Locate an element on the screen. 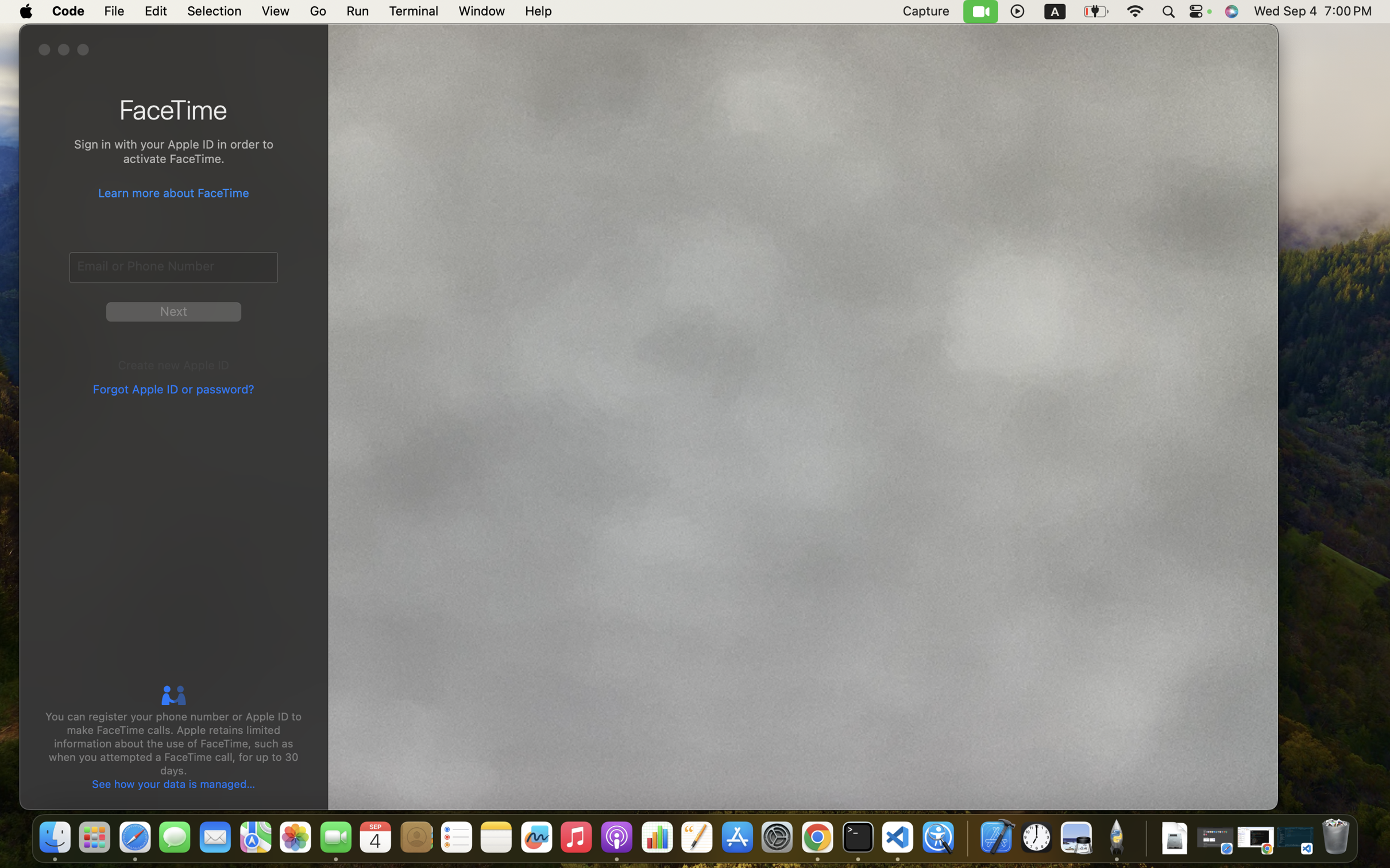 This screenshot has width=1390, height=868. 'Sign in with your Apple ID in order to activate FaceTime.' is located at coordinates (173, 153).